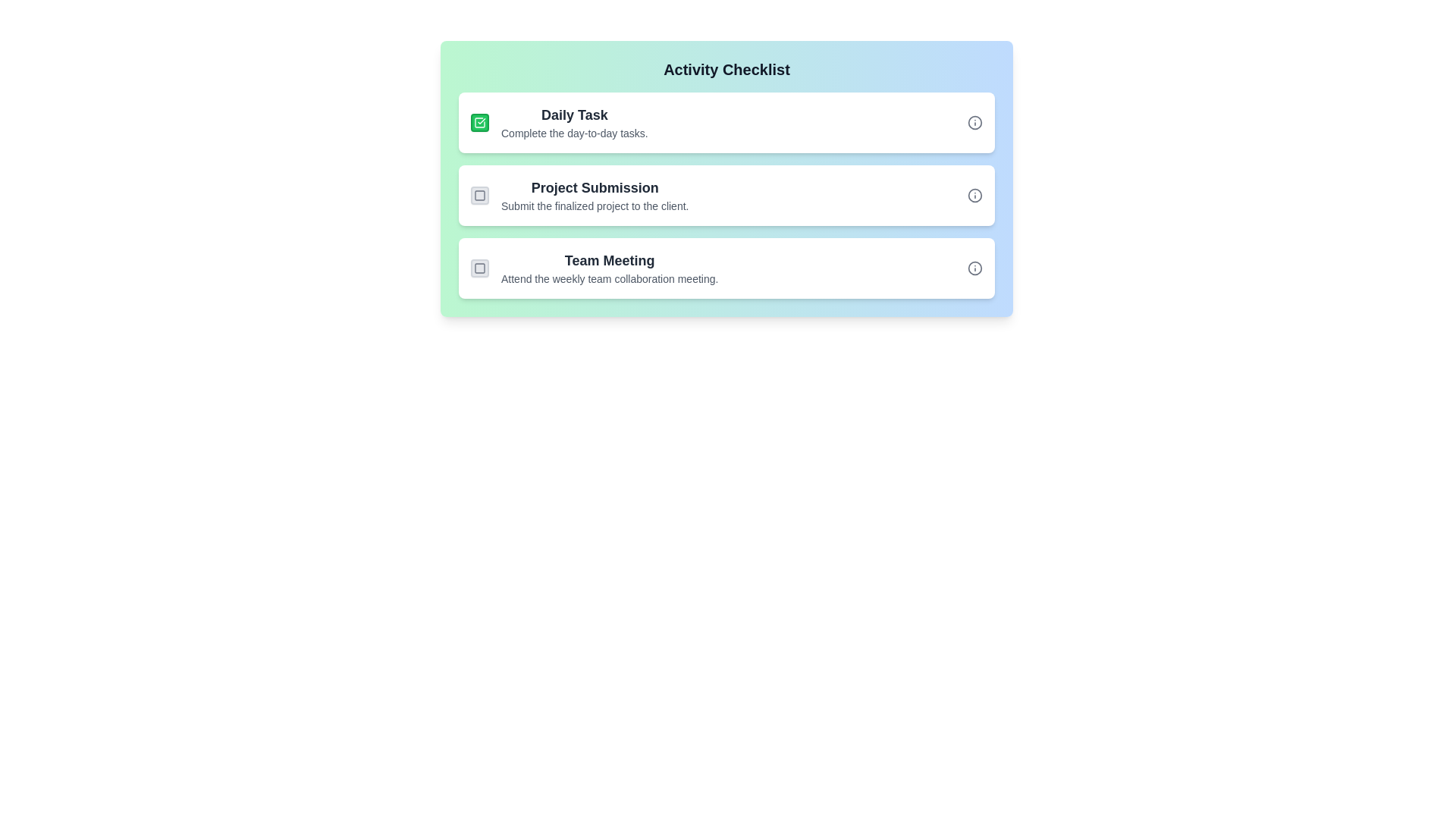 The height and width of the screenshot is (819, 1456). I want to click on the checkbox to the left of the 'Daily Task' text label, so click(479, 122).